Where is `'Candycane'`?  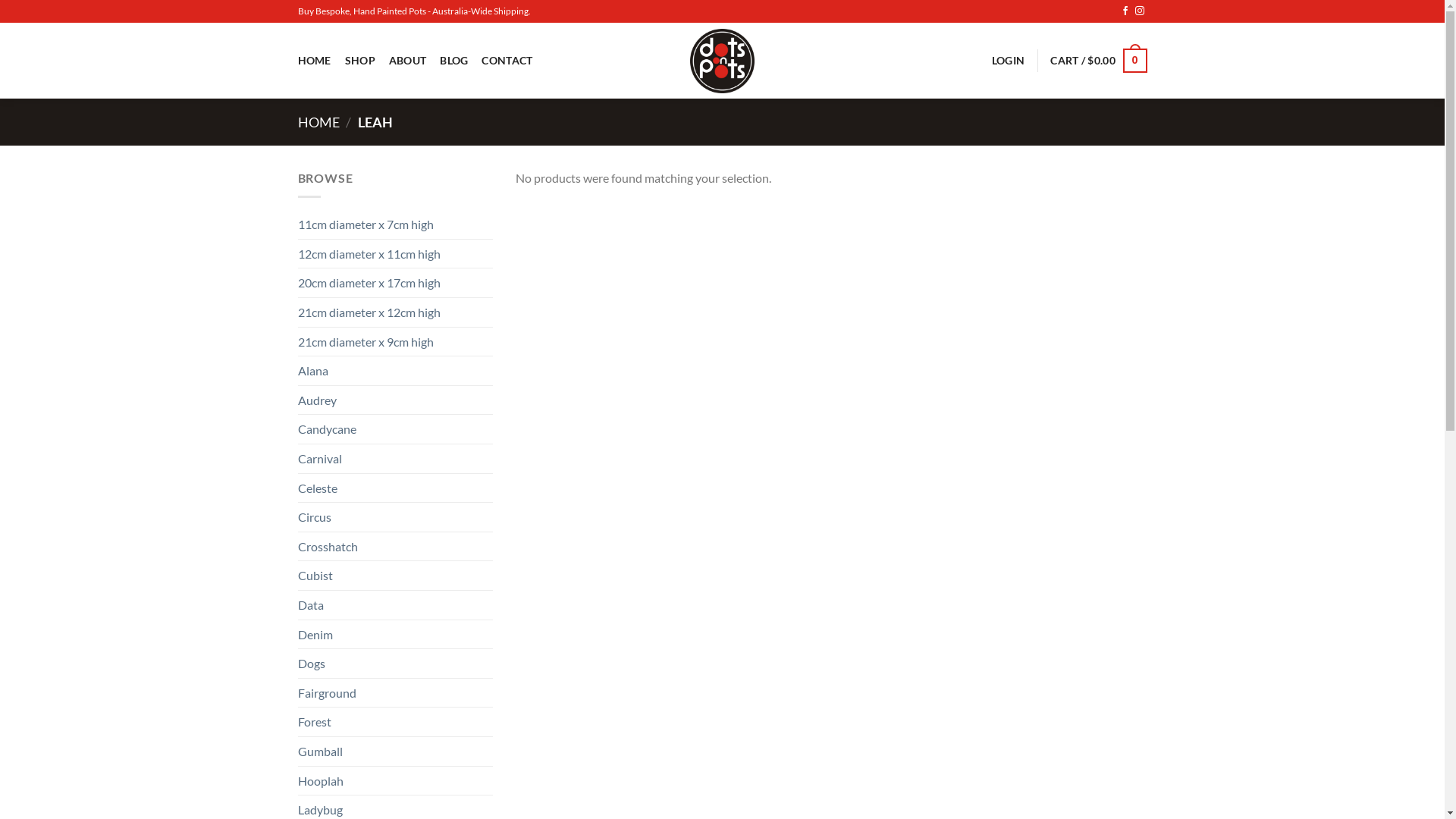 'Candycane' is located at coordinates (297, 429).